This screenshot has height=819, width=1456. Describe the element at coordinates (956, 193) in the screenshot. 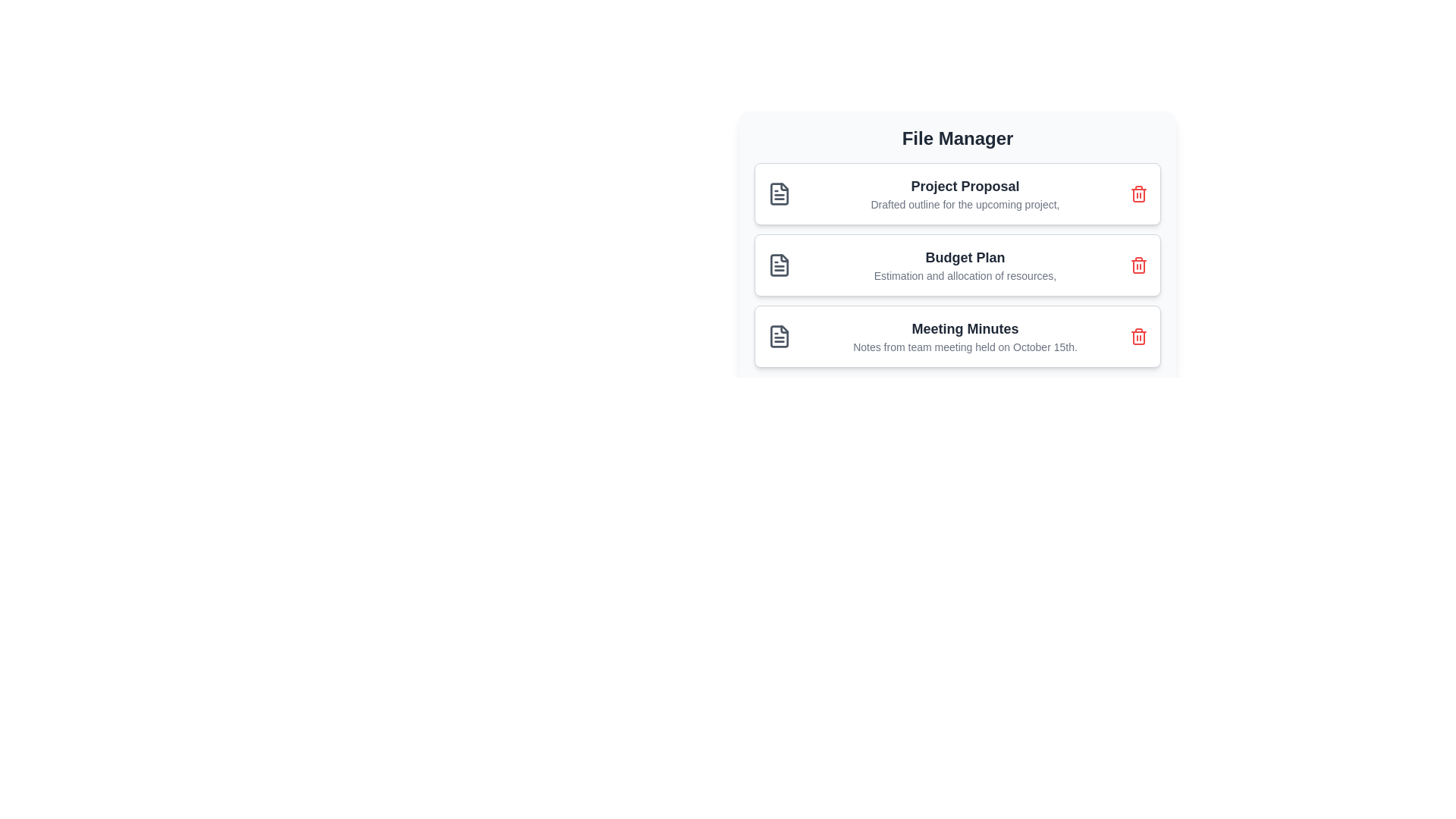

I see `the item Project Proposal from the list` at that location.